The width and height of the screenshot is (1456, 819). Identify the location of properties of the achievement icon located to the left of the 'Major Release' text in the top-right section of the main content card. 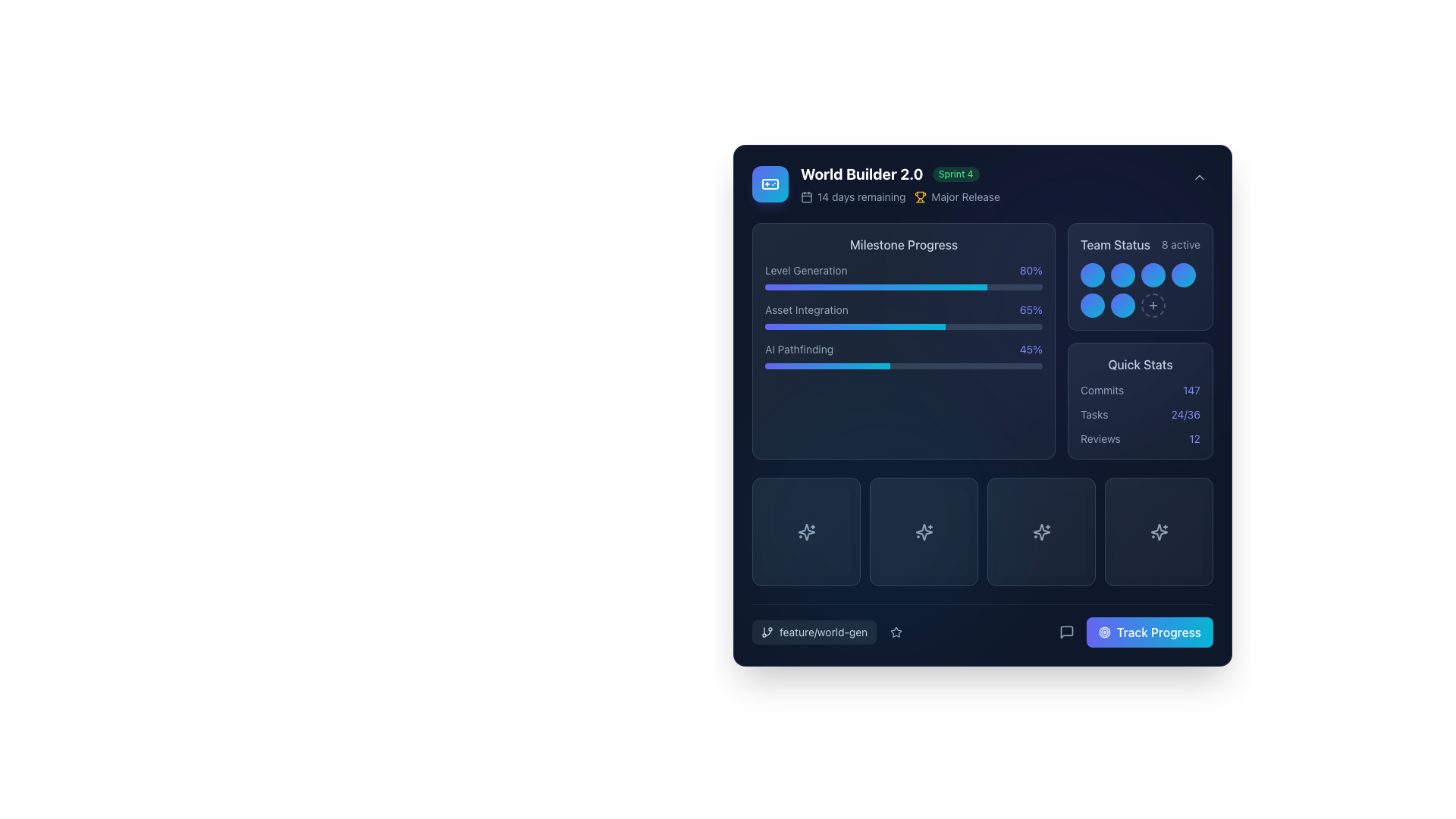
(920, 196).